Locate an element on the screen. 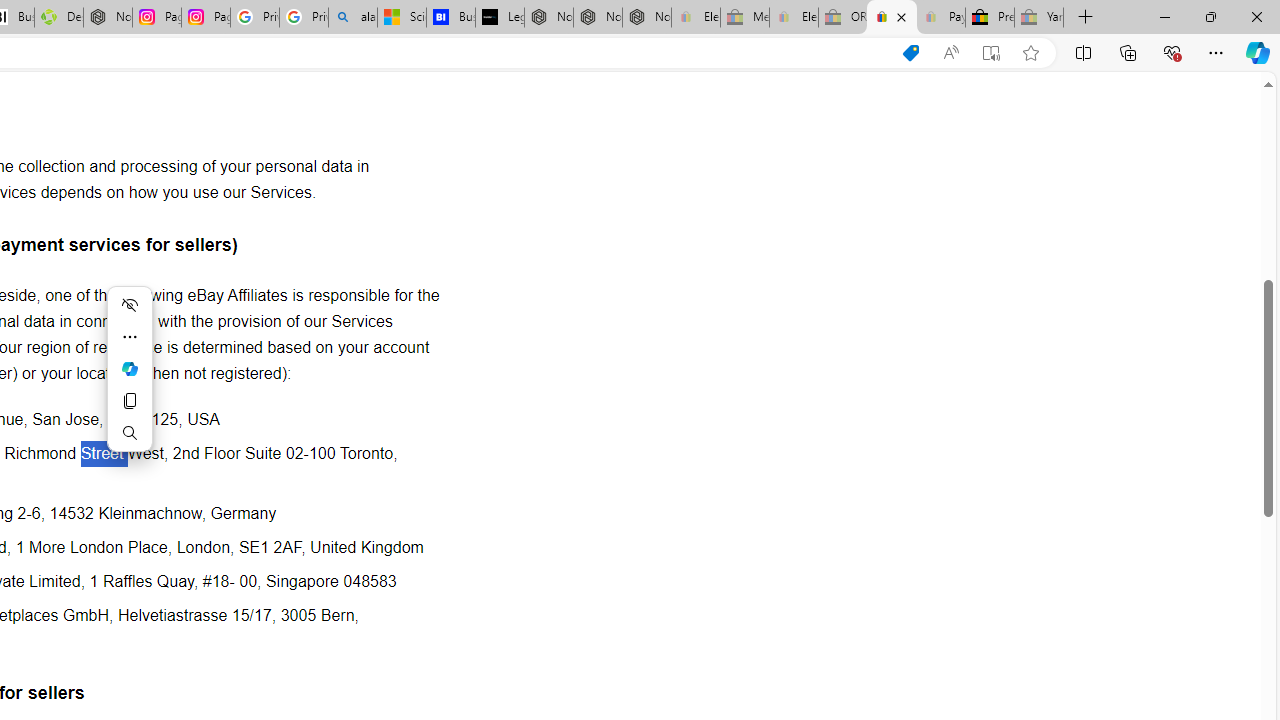  'Mini menu on text selection' is located at coordinates (128, 368).